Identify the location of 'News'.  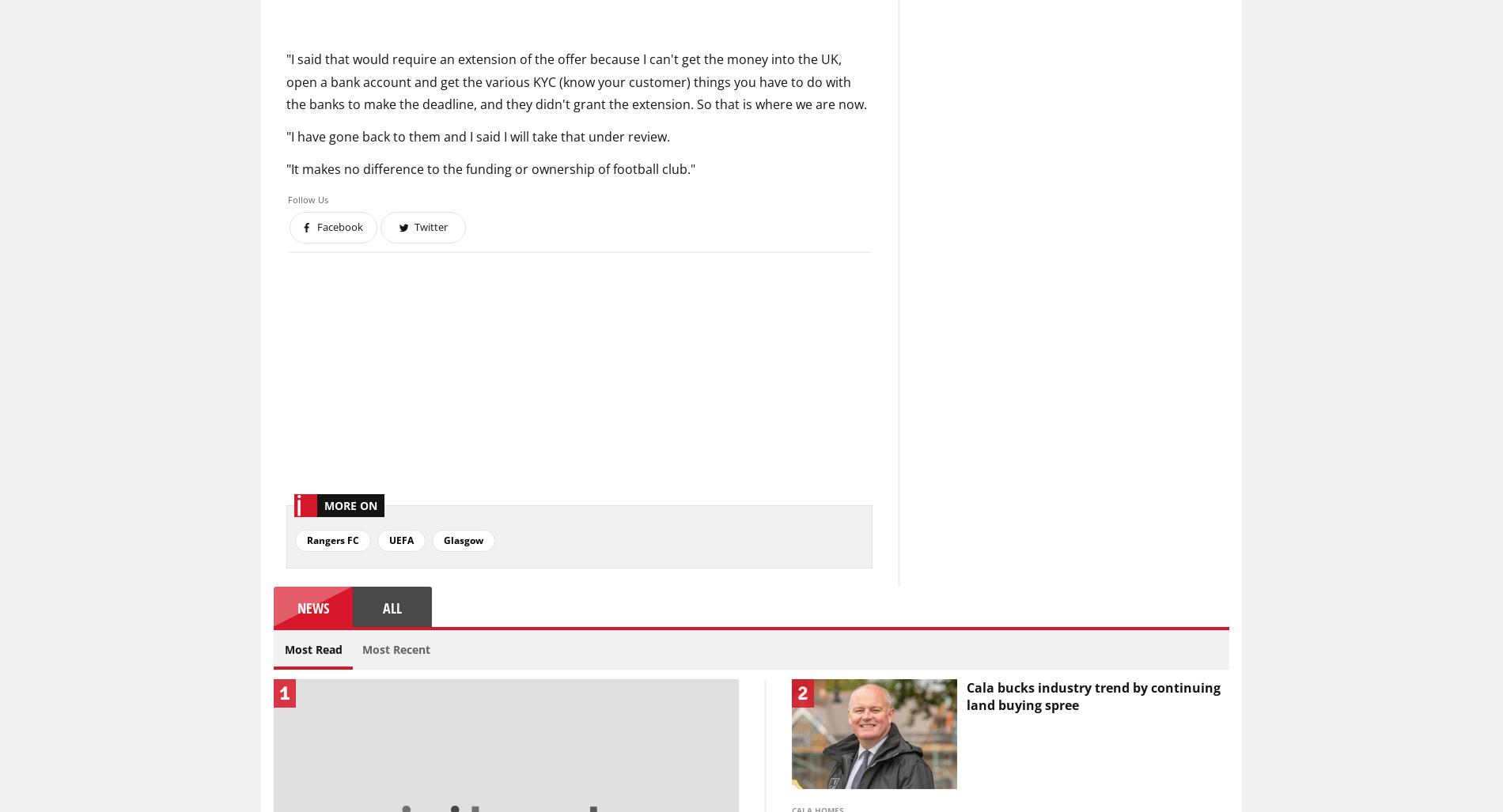
(312, 606).